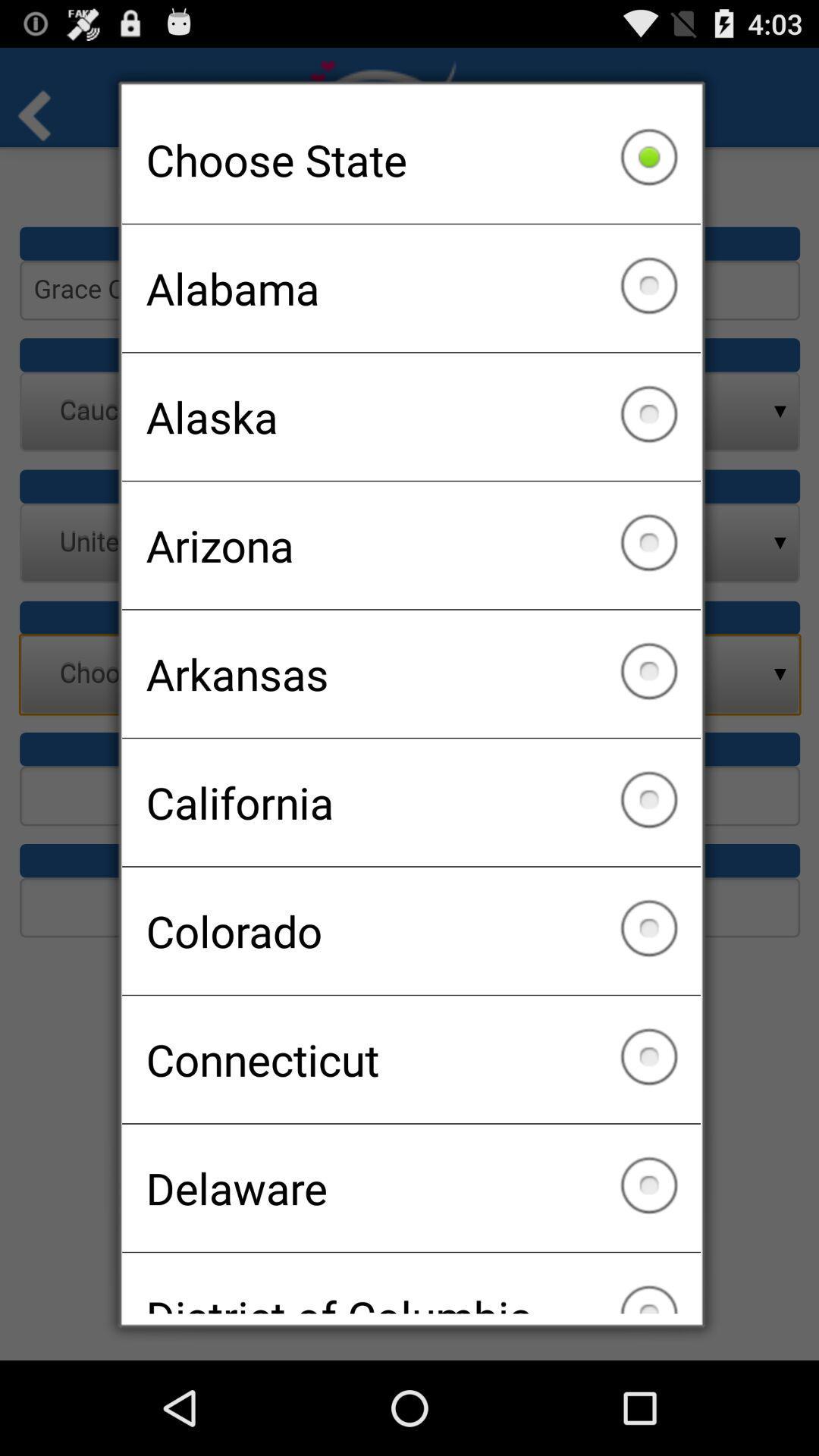 This screenshot has height=1456, width=819. Describe the element at coordinates (411, 416) in the screenshot. I see `the alaska checkbox` at that location.